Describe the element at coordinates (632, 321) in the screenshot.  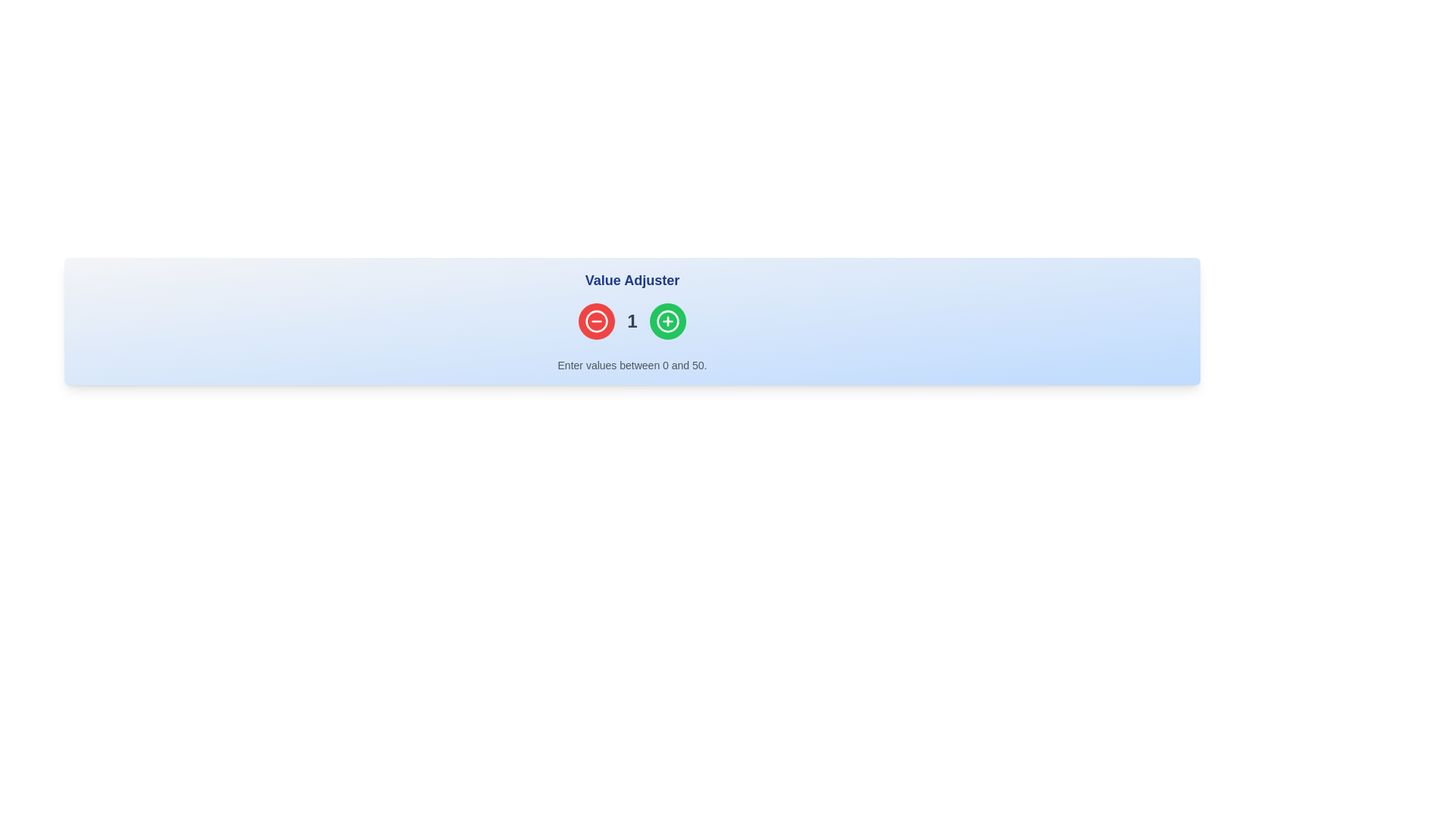
I see `the text label element displaying the number '1', which is located between a red decrement button and a green increment button in the 'Value Adjuster' section` at that location.